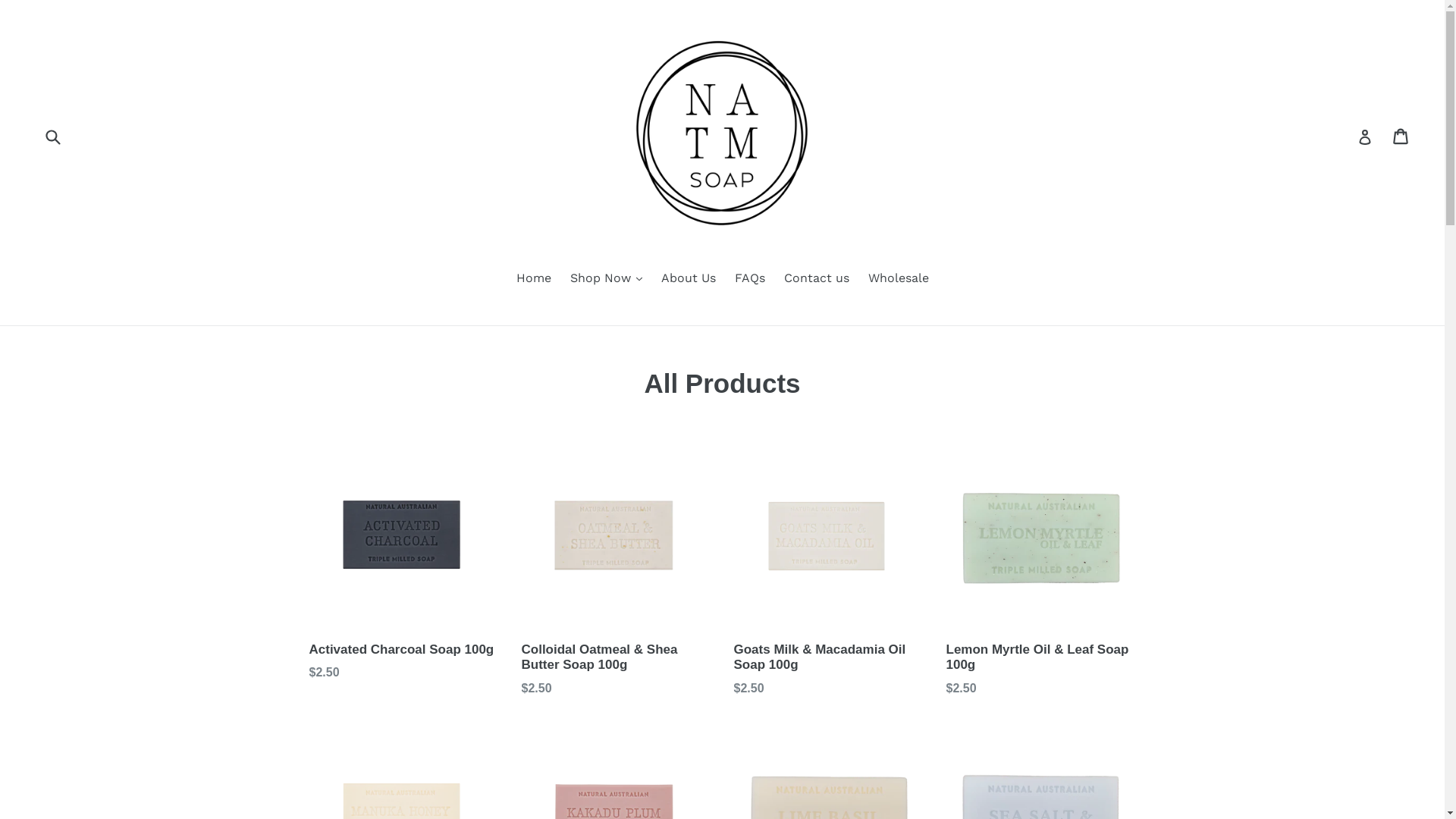  I want to click on 'Lemon Myrtle Oil & Leaf Soap 100g, so click(1040, 570).